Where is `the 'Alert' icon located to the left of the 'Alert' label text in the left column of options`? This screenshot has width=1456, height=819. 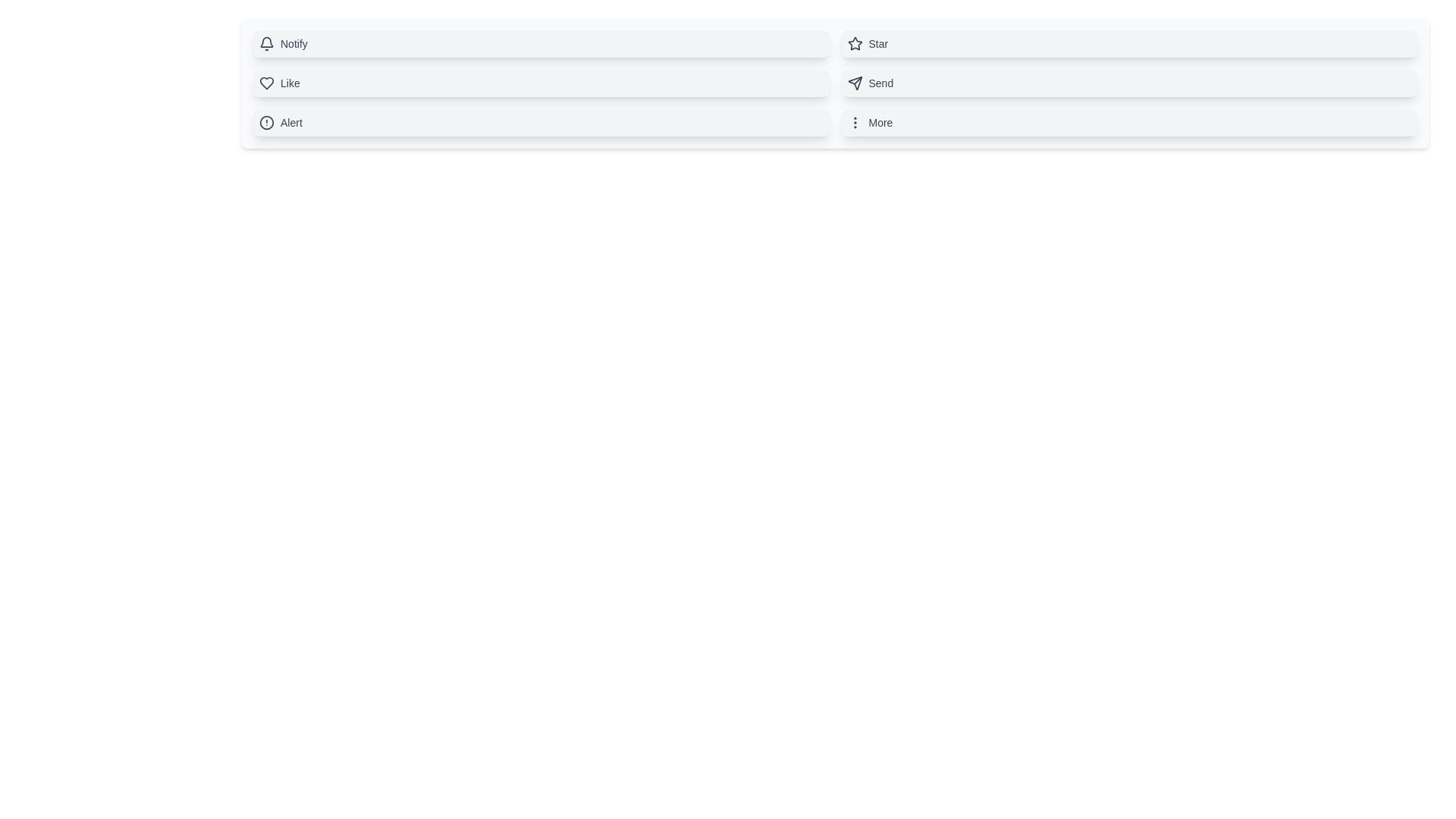
the 'Alert' icon located to the left of the 'Alert' label text in the left column of options is located at coordinates (266, 122).